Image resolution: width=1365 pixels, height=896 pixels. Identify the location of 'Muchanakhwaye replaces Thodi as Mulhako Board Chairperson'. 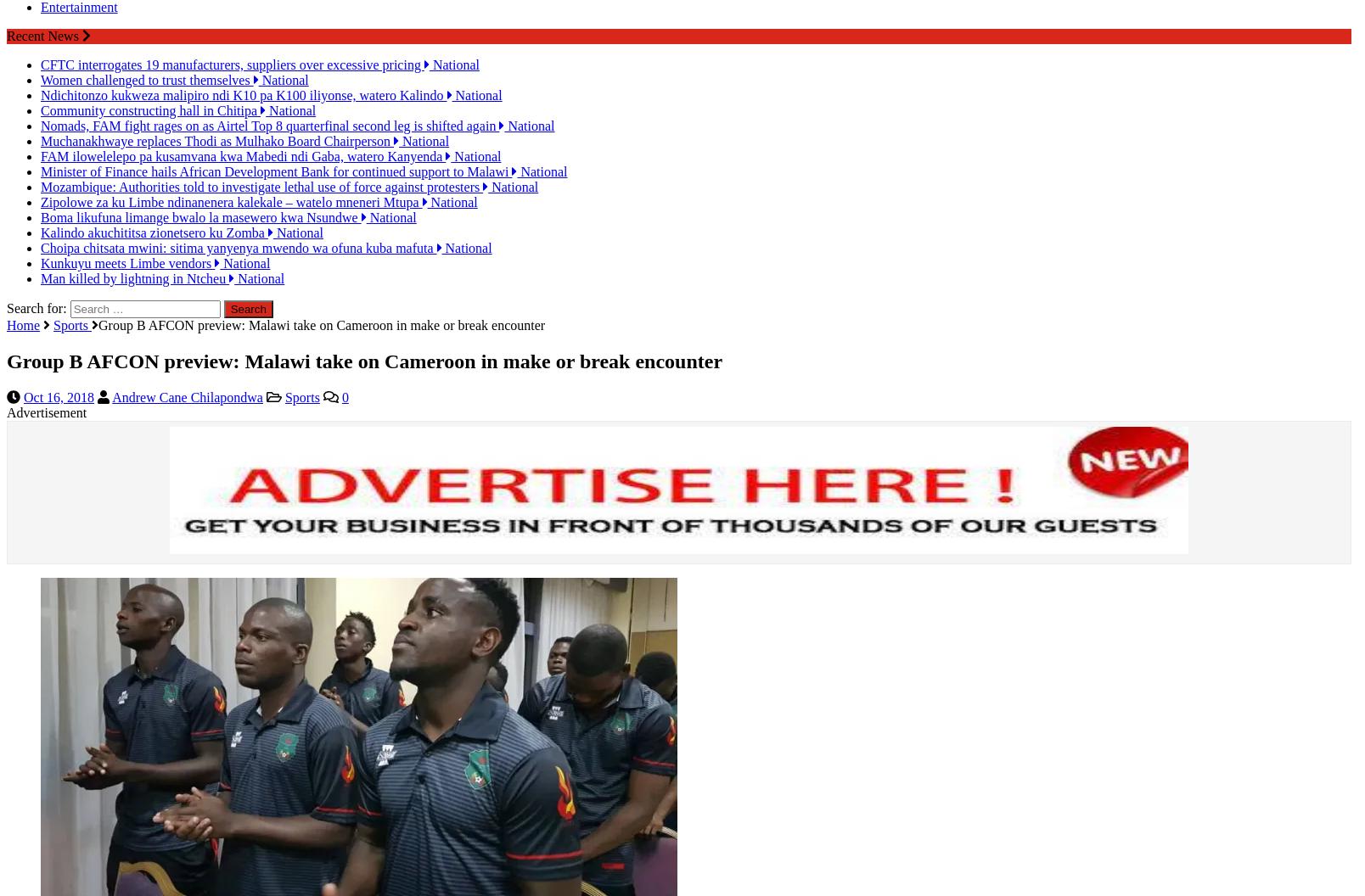
(216, 126).